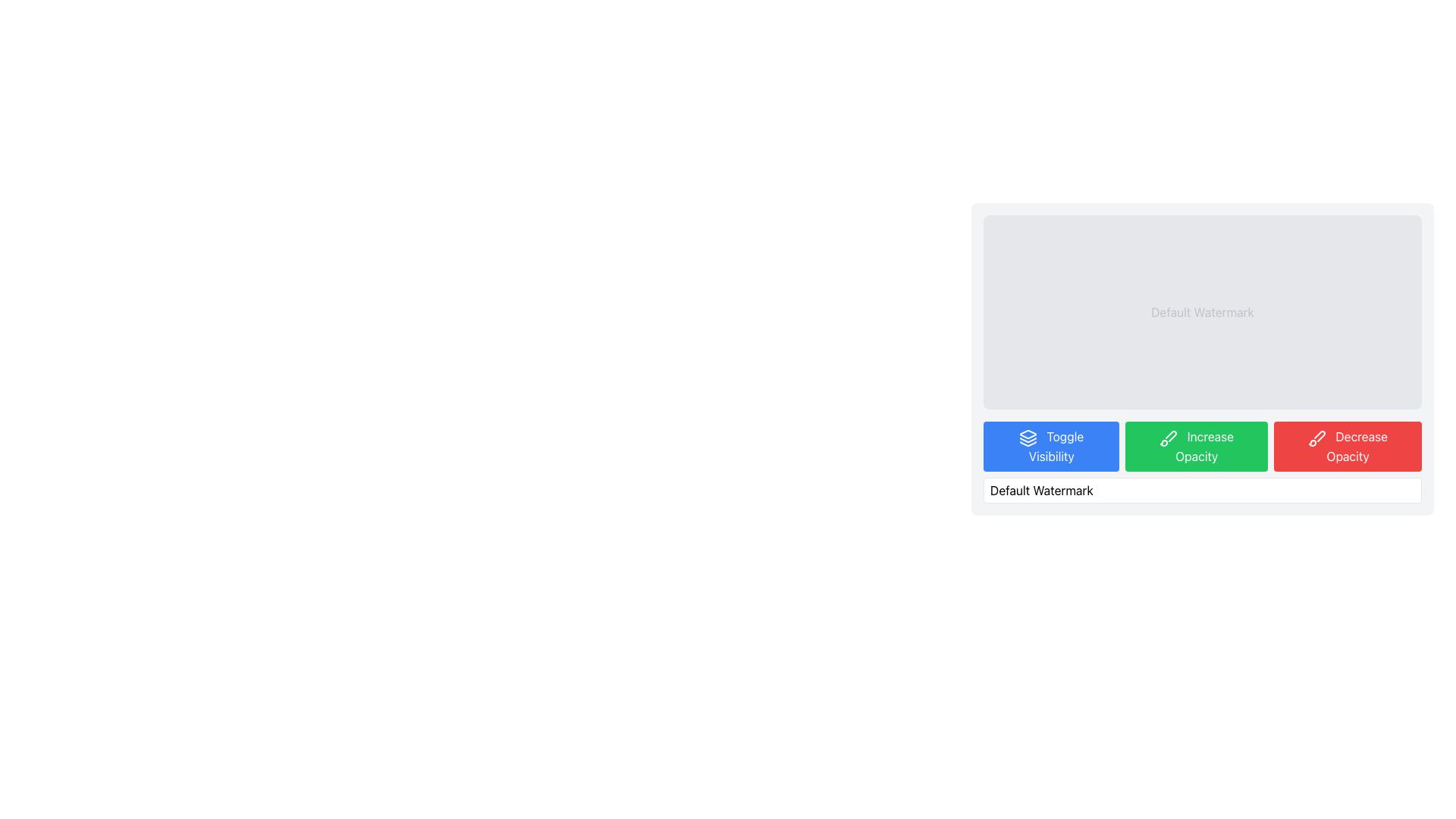 The height and width of the screenshot is (819, 1456). I want to click on the button located between the blue 'Toggle Visibility' button and the red 'Decrease Opacity' button to increase the opacity of the associated element, so click(1201, 444).